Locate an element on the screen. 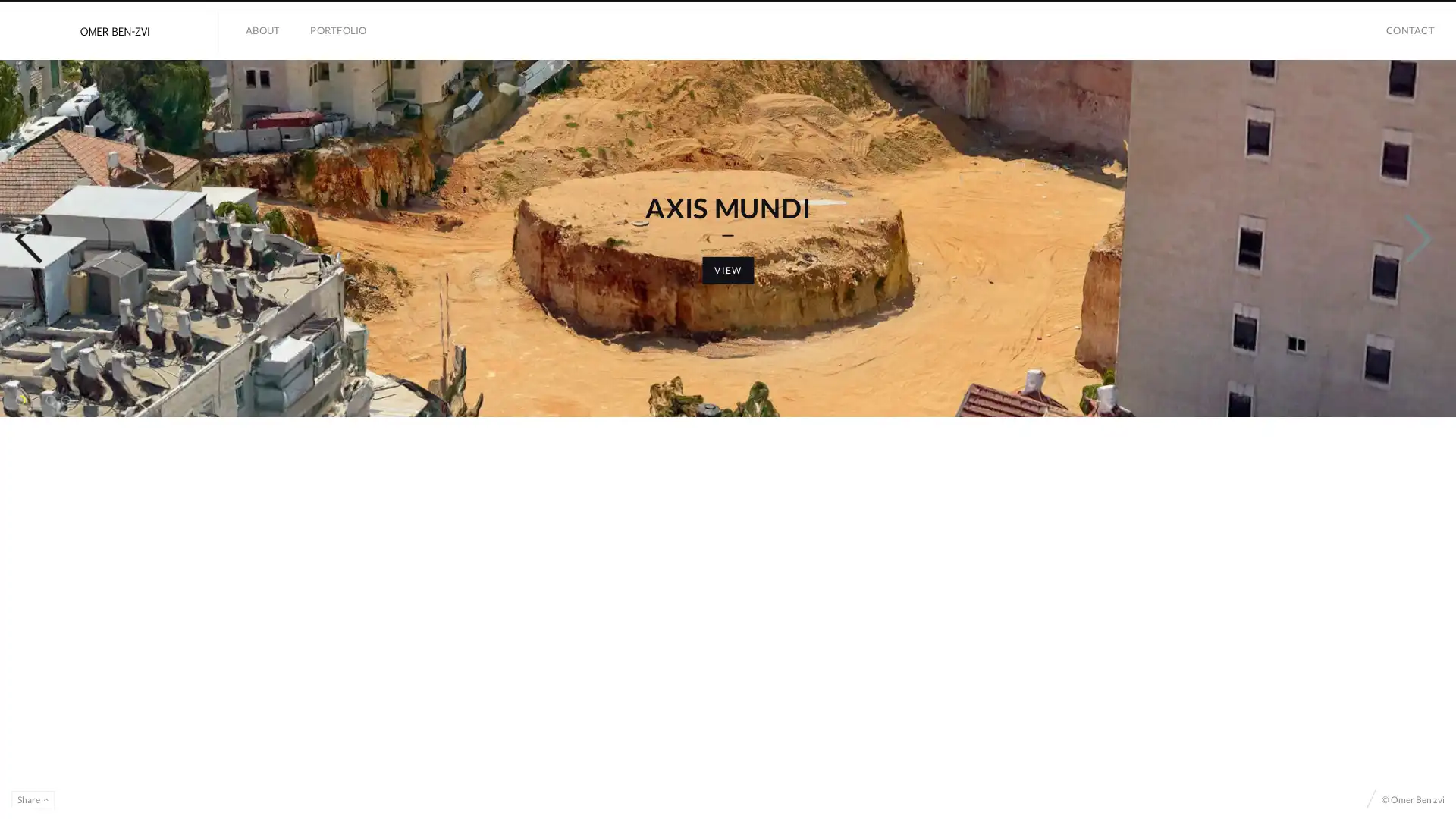  NEXT is located at coordinates (1405, 420).